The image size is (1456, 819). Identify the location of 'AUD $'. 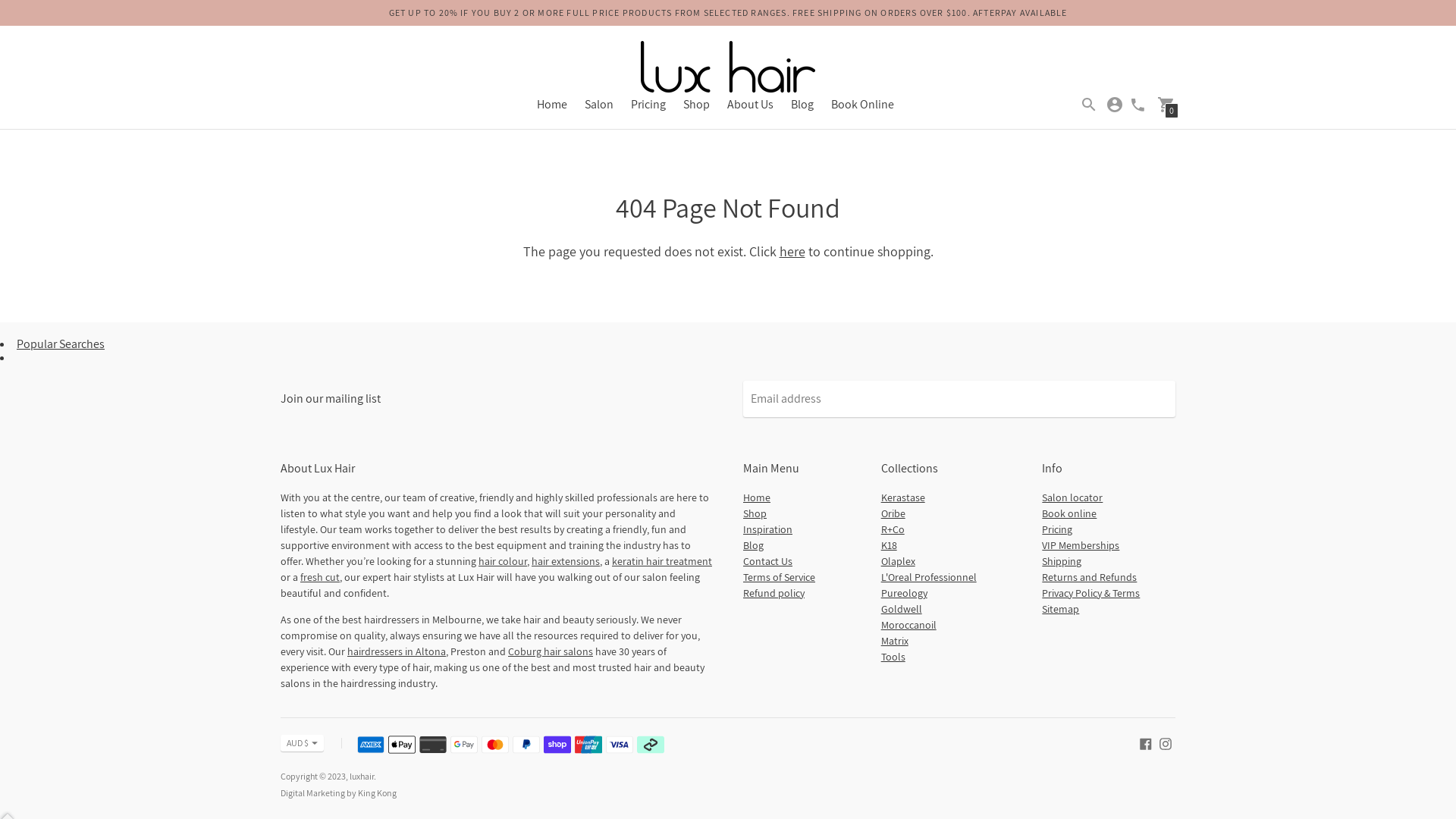
(302, 742).